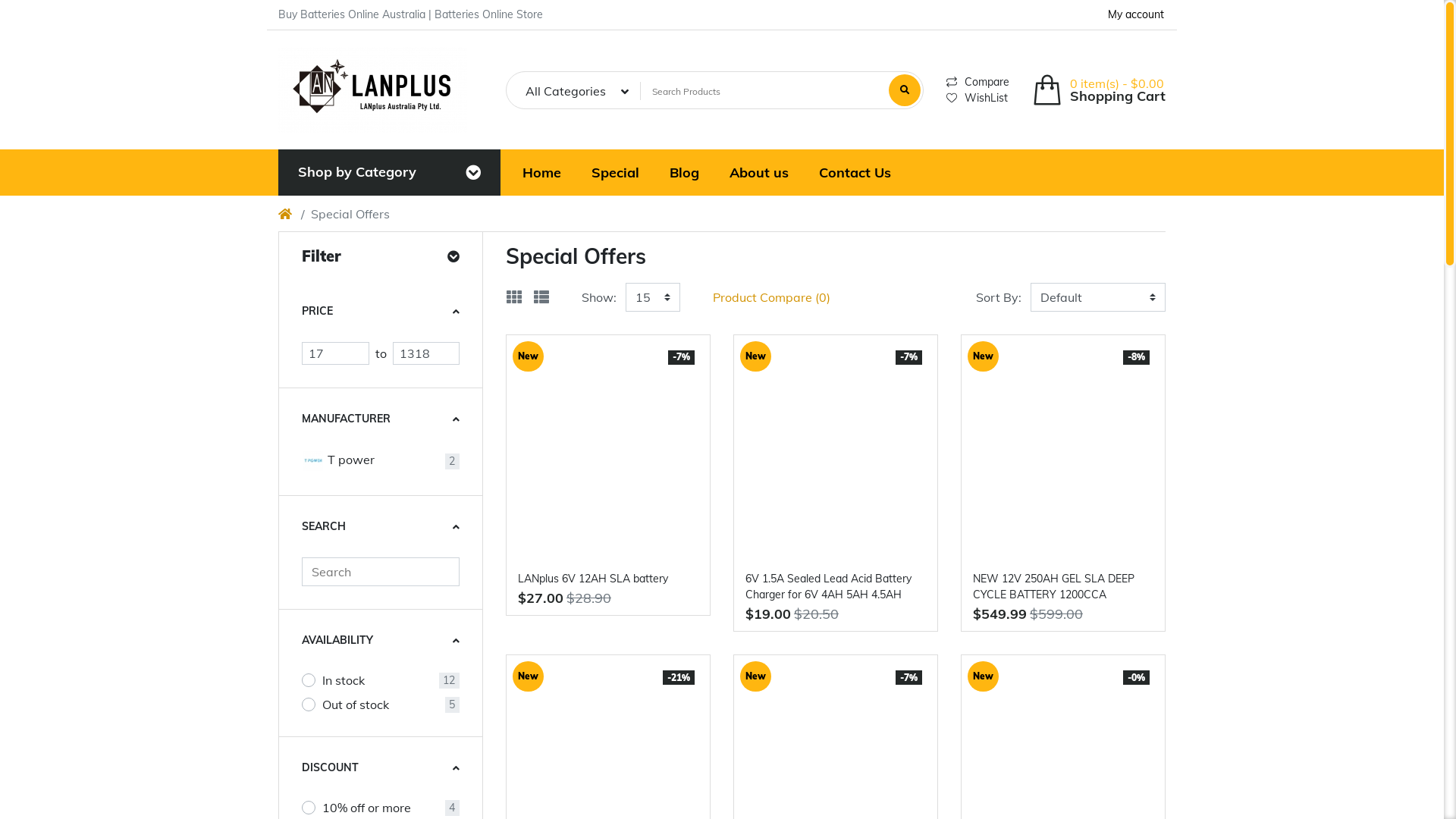 The width and height of the screenshot is (1456, 819). Describe the element at coordinates (641, 640) in the screenshot. I see `'Compare this Product'` at that location.